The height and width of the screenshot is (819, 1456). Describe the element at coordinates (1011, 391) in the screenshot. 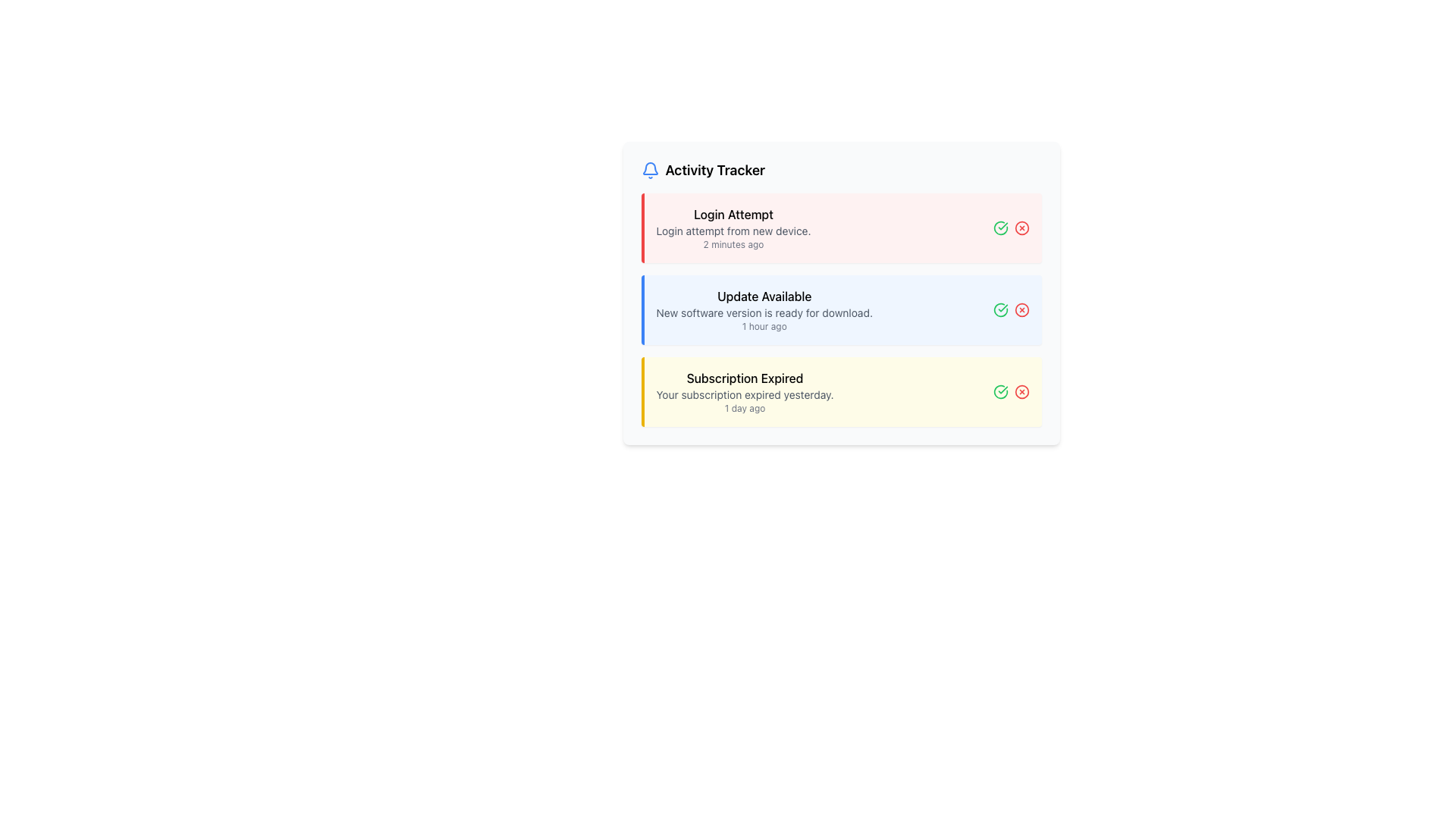

I see `the green checkmark icon in the Icon button group to confirm the action related to the 'Subscription Expired' notification` at that location.